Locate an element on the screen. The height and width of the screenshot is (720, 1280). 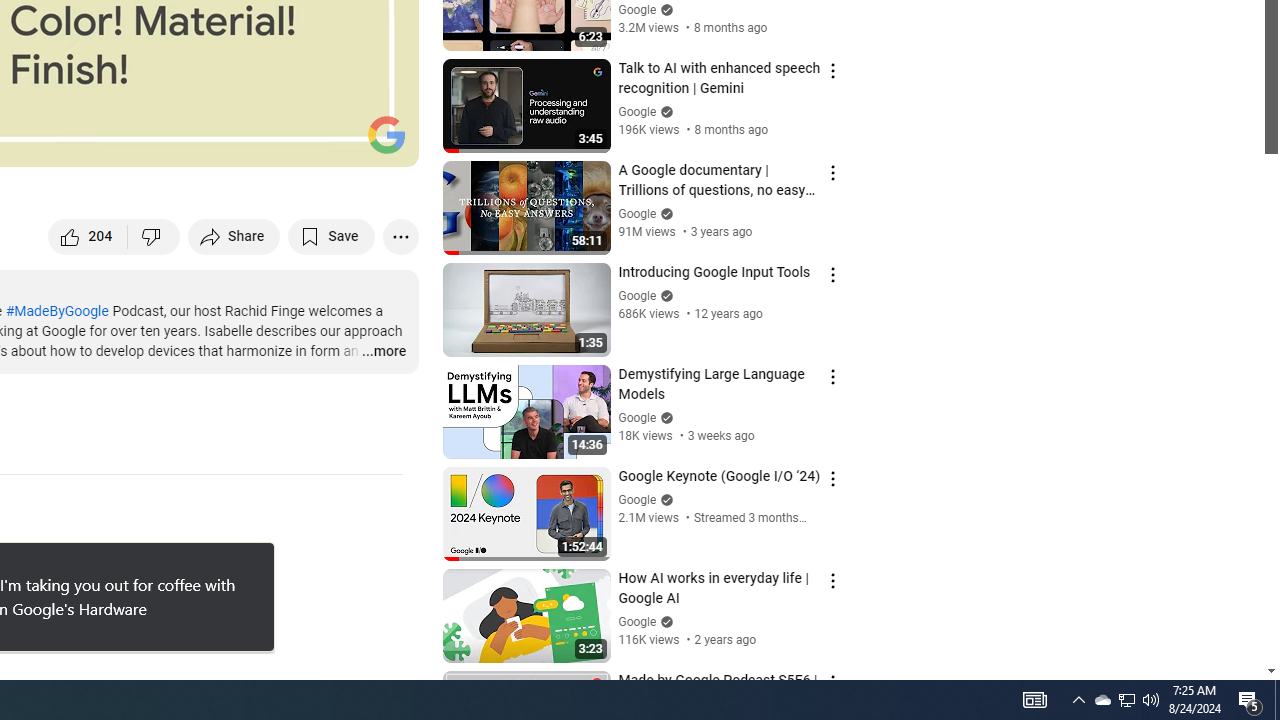
'Channel watermark' is located at coordinates (386, 135).